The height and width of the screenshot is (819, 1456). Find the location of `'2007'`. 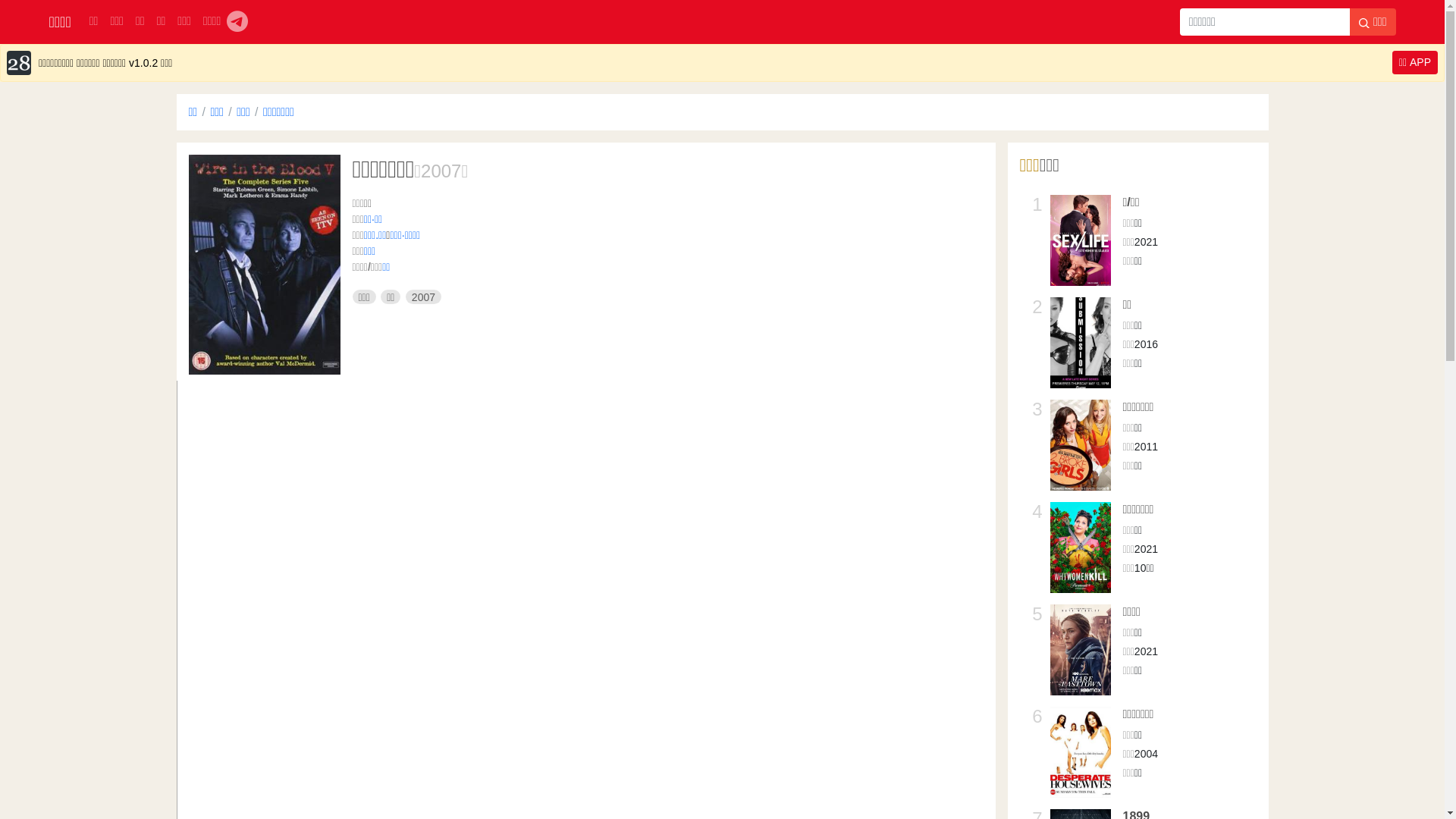

'2007' is located at coordinates (440, 171).